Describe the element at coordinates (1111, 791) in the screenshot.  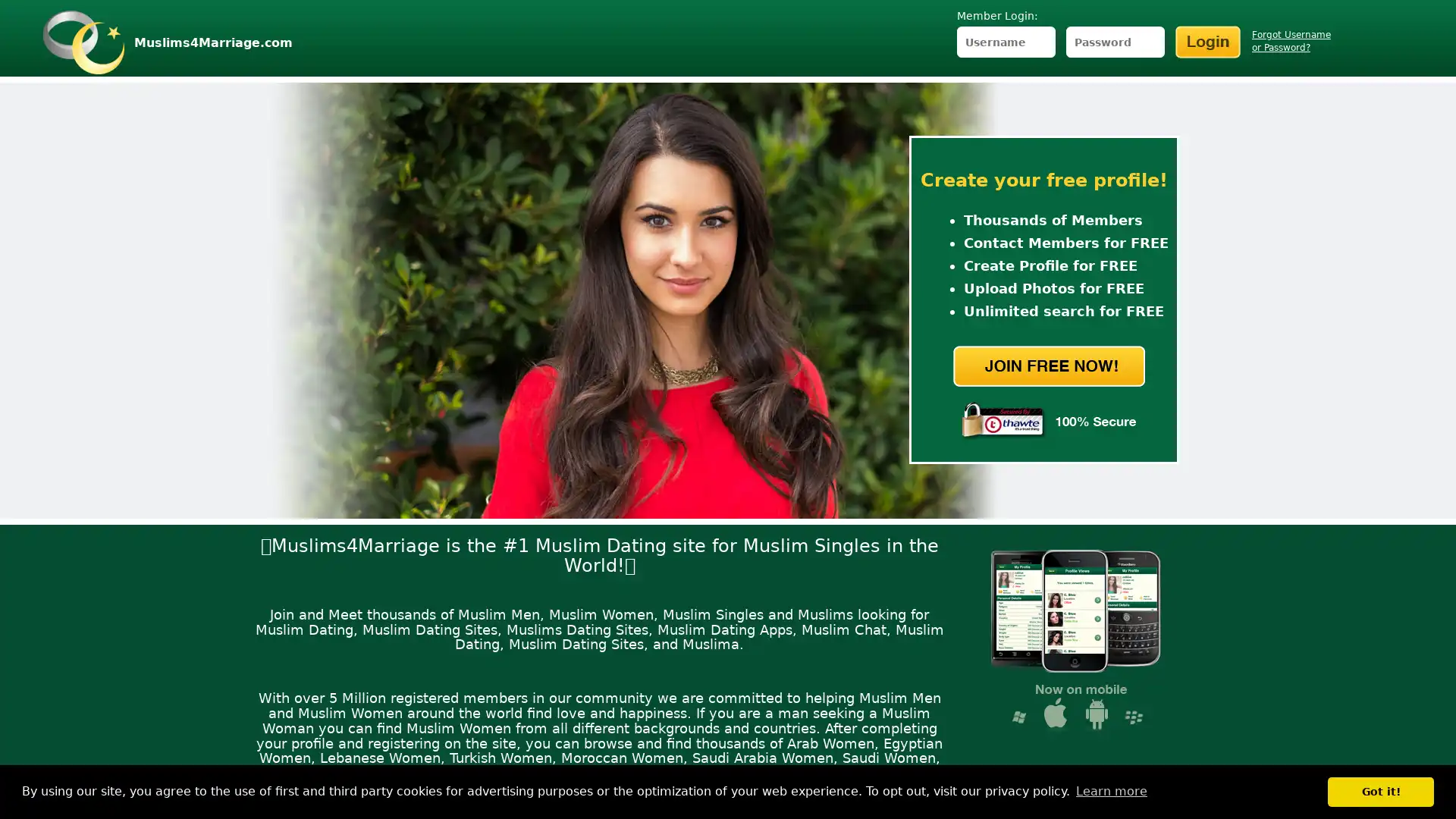
I see `learn more about cookies` at that location.